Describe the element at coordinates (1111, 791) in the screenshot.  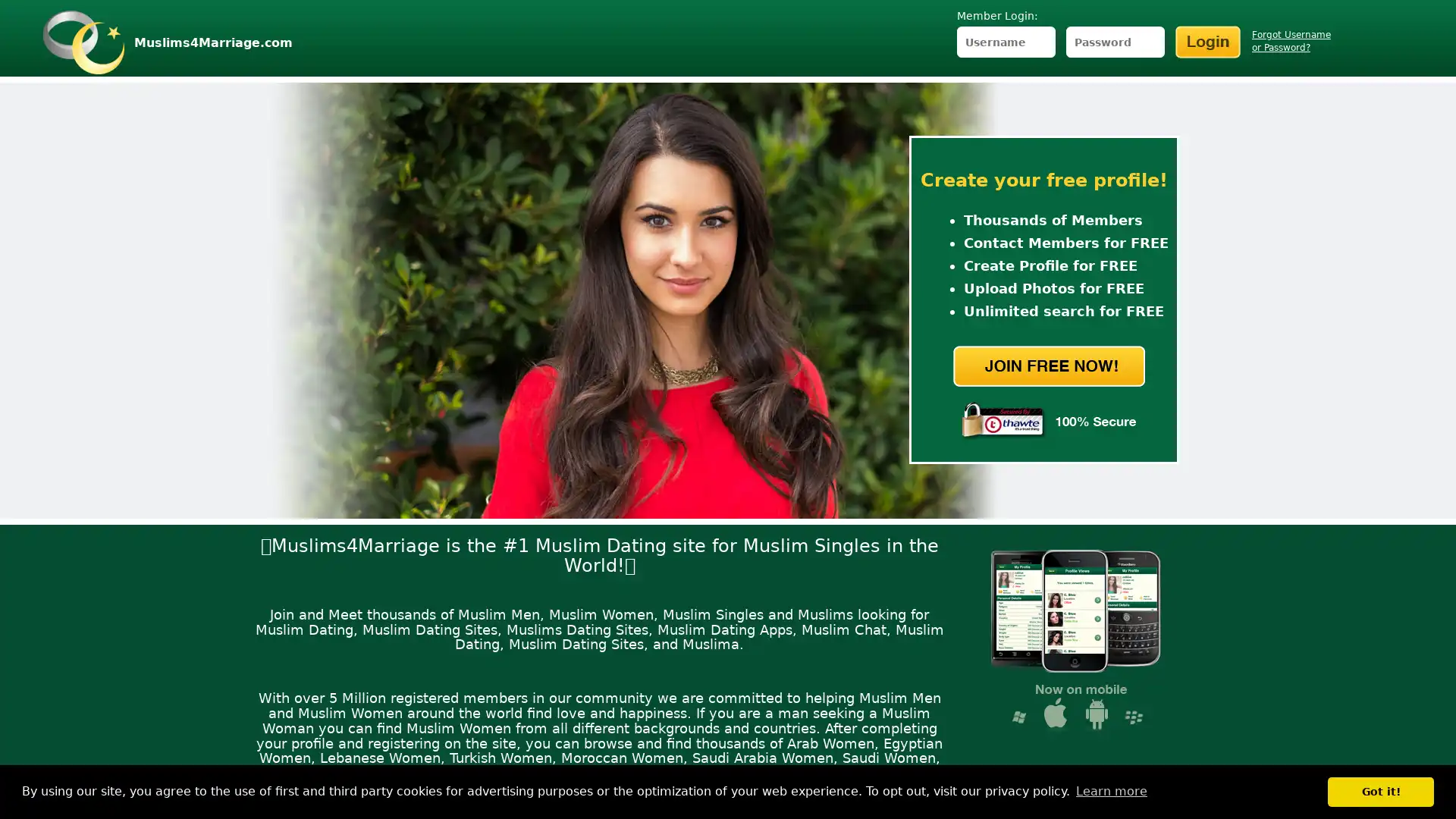
I see `learn more about cookies` at that location.